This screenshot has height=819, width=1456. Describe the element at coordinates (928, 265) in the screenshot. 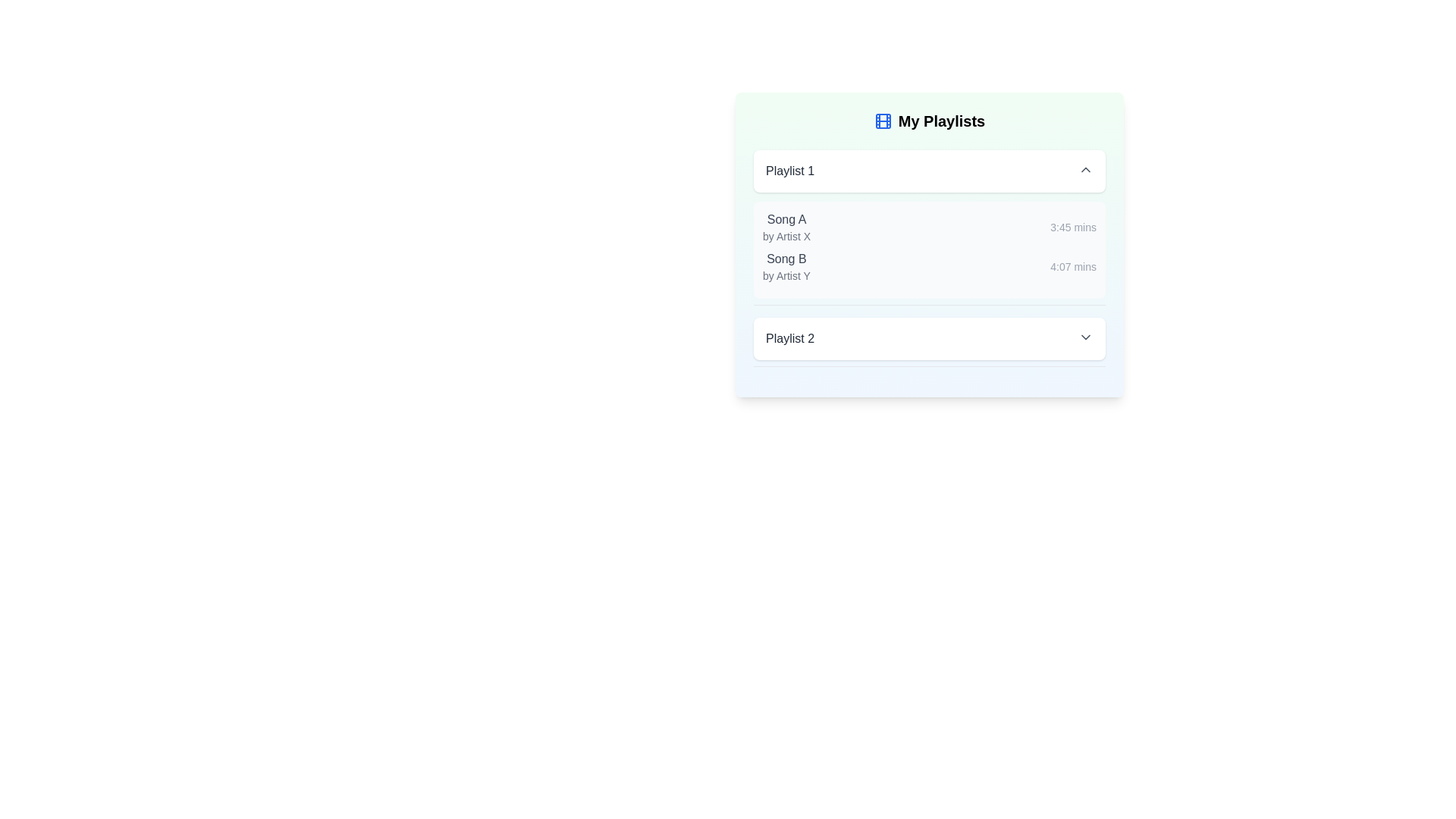

I see `the static content display that shows information about the second song entry in 'Playlist 1', which includes the title, artist, and duration` at that location.